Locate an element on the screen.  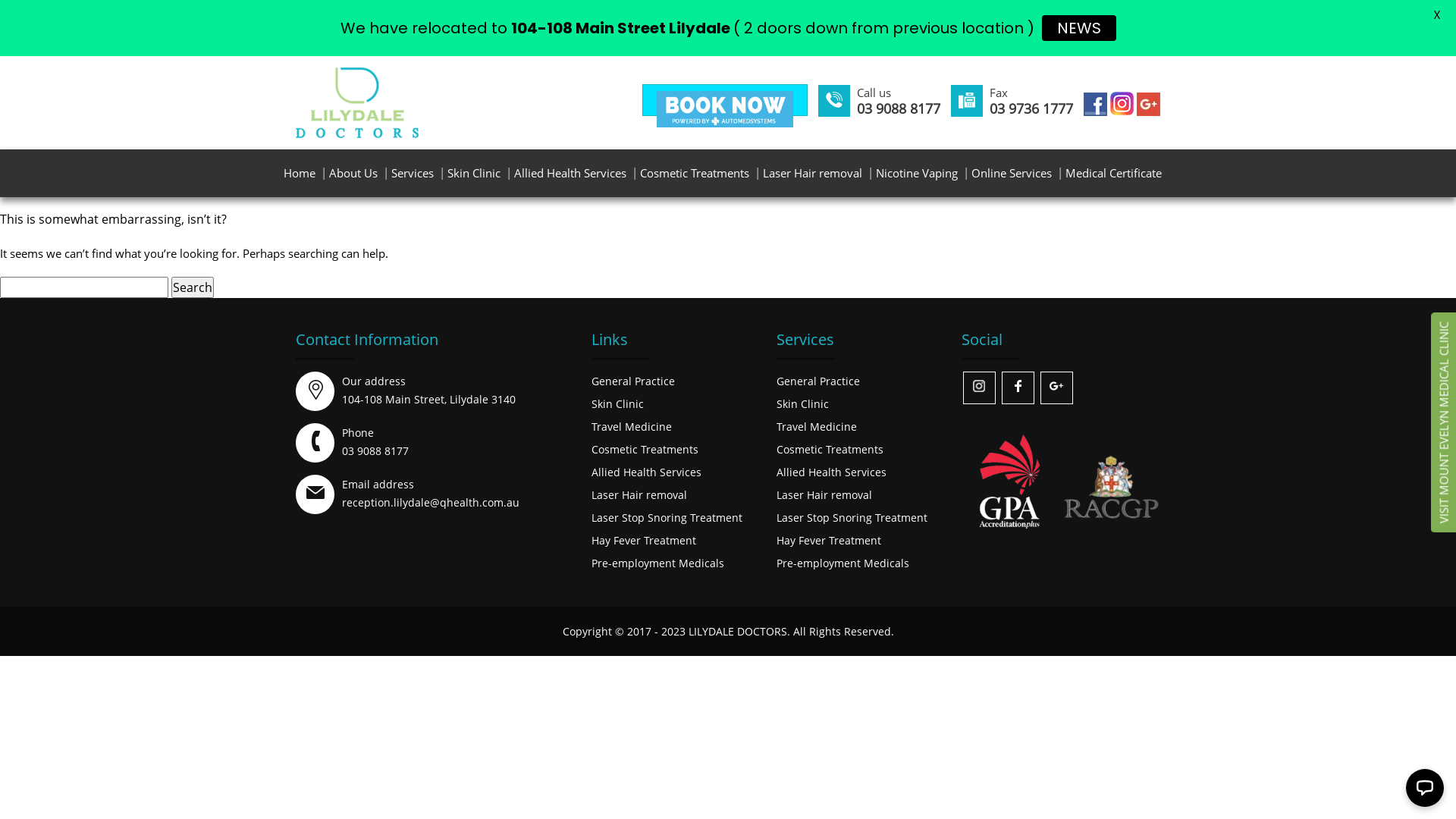
'Search' is located at coordinates (192, 287).